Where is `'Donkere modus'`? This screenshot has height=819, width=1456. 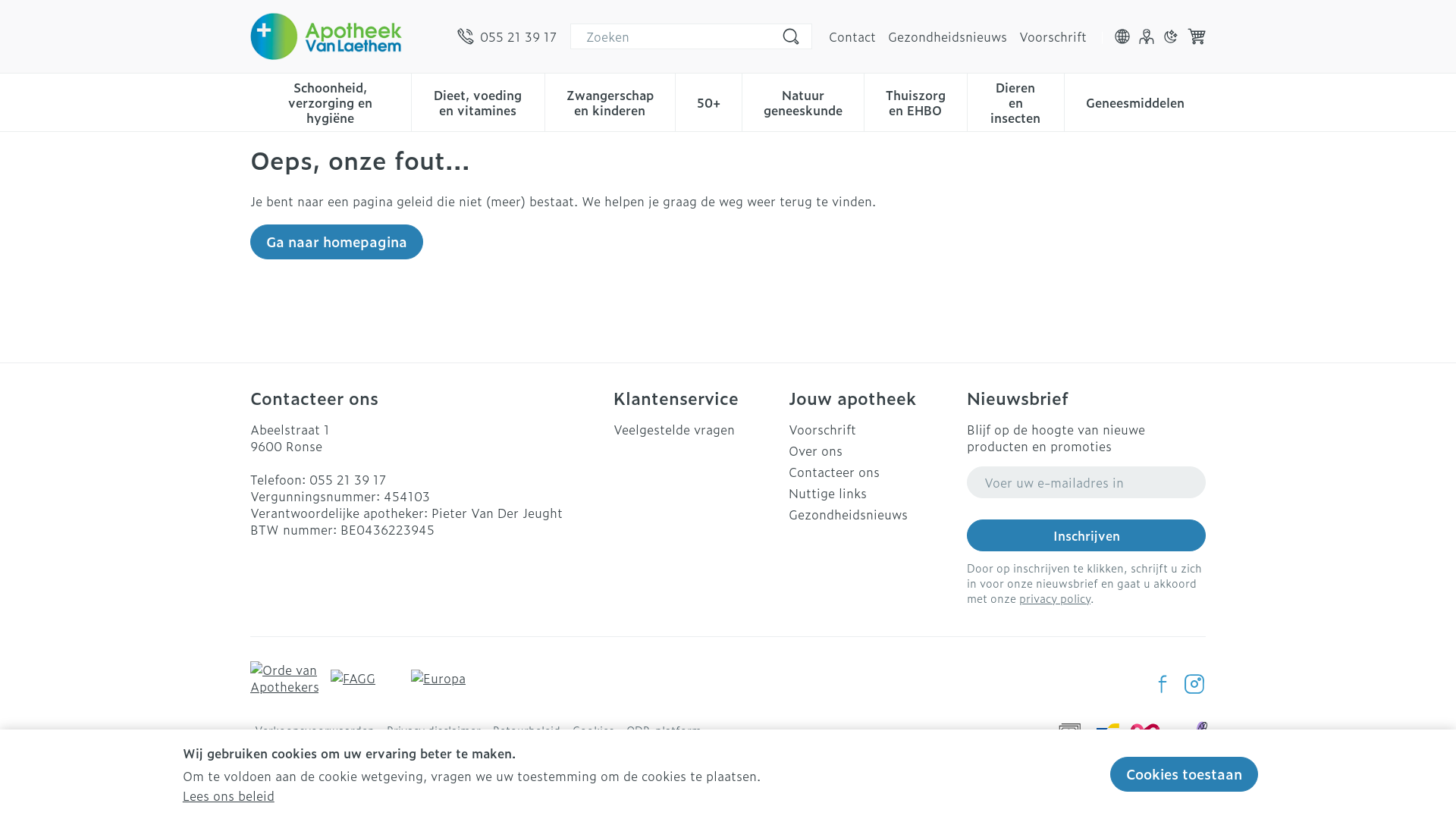 'Donkere modus' is located at coordinates (1170, 35).